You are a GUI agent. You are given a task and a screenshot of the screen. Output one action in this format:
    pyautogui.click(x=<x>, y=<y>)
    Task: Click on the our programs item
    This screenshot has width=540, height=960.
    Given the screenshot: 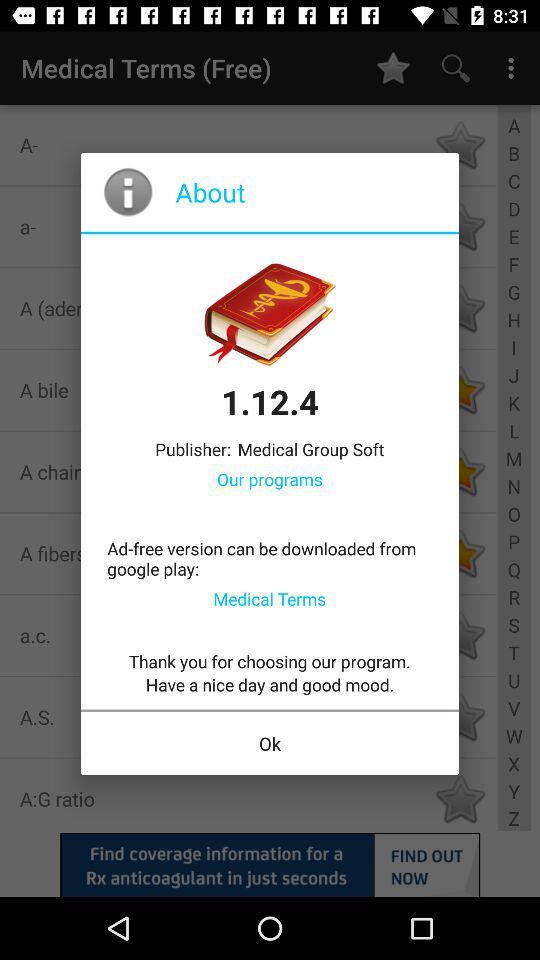 What is the action you would take?
    pyautogui.click(x=270, y=479)
    